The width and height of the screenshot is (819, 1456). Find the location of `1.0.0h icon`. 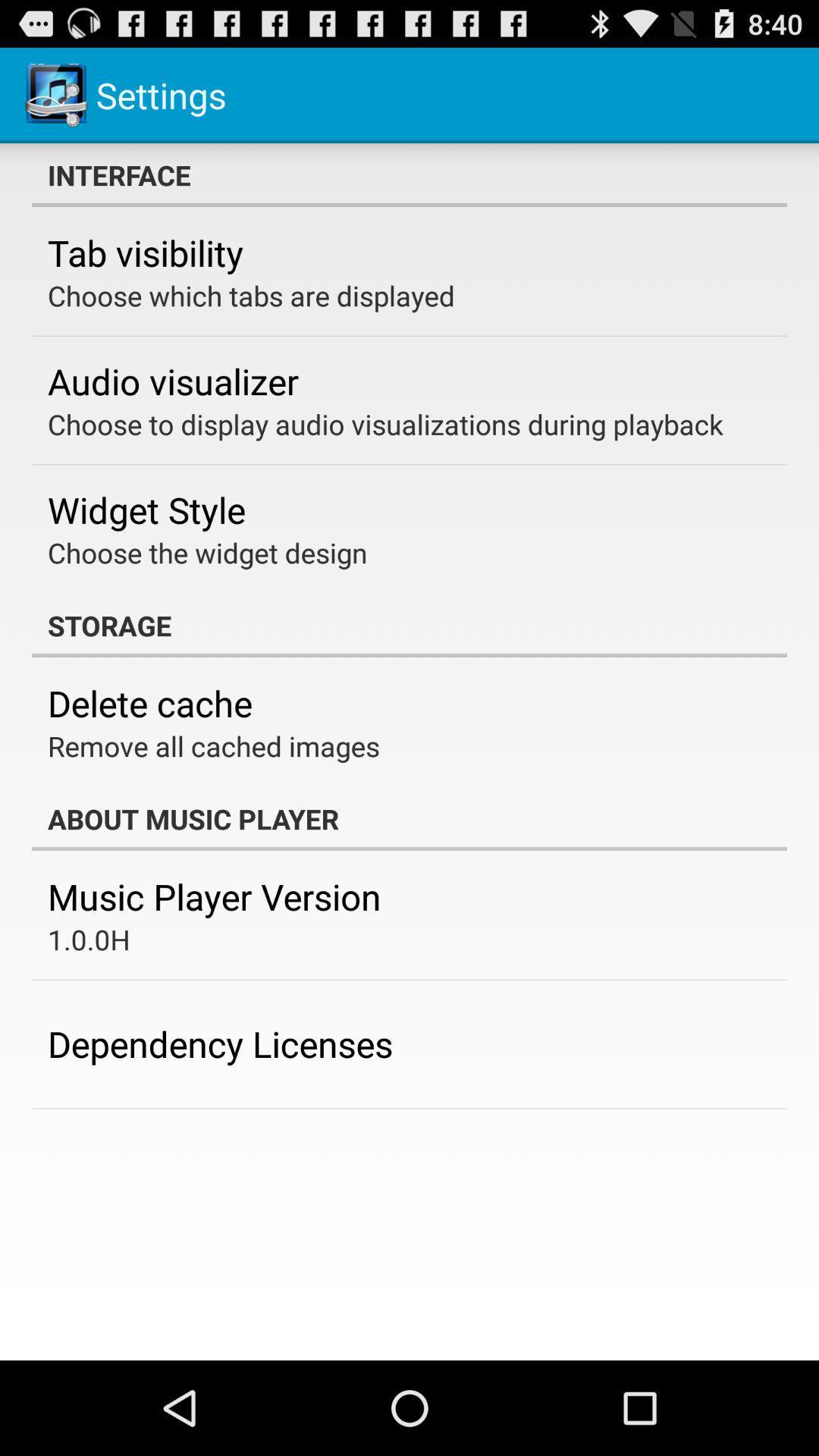

1.0.0h icon is located at coordinates (89, 938).